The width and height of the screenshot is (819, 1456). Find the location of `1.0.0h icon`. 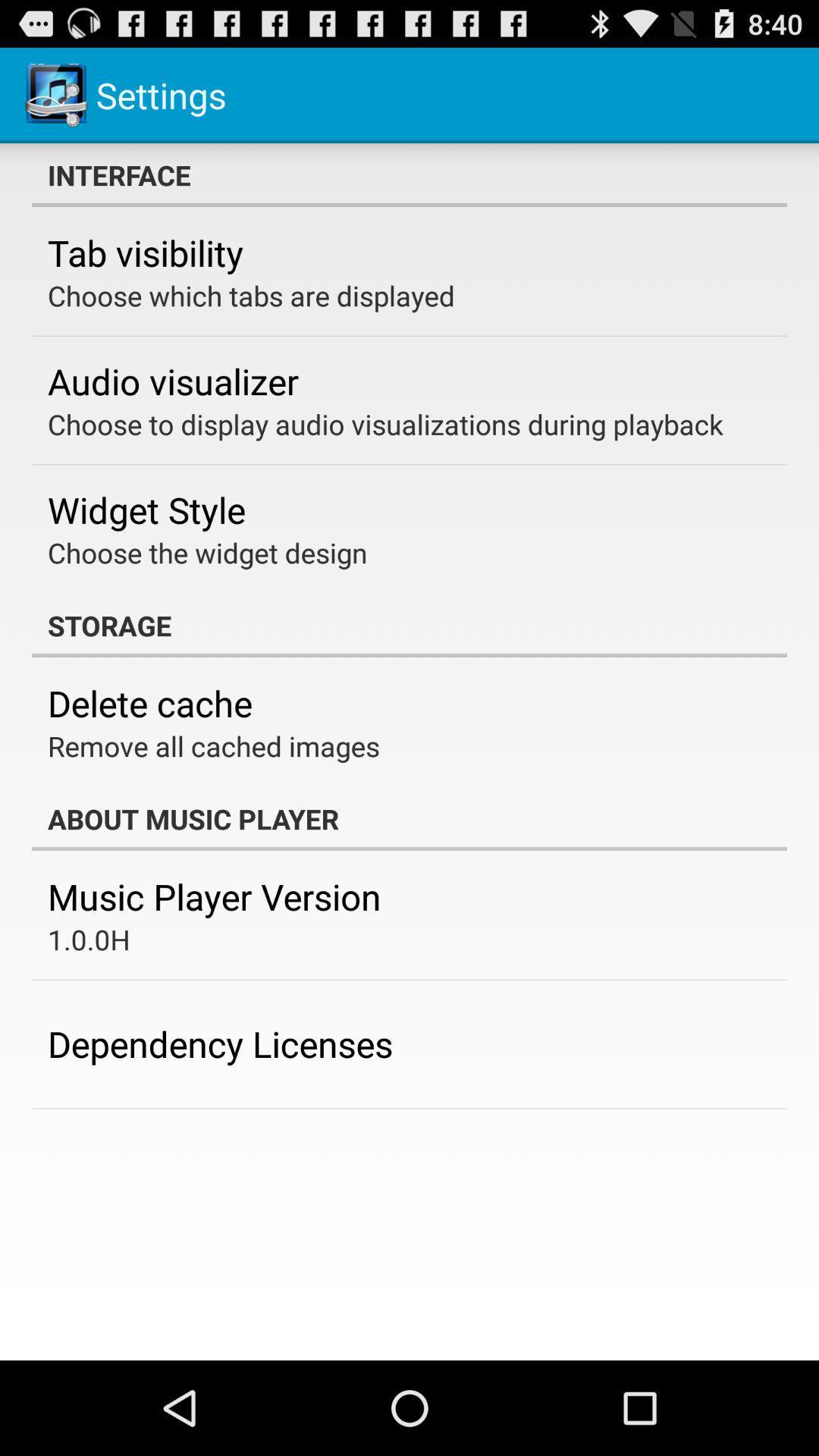

1.0.0h icon is located at coordinates (89, 938).